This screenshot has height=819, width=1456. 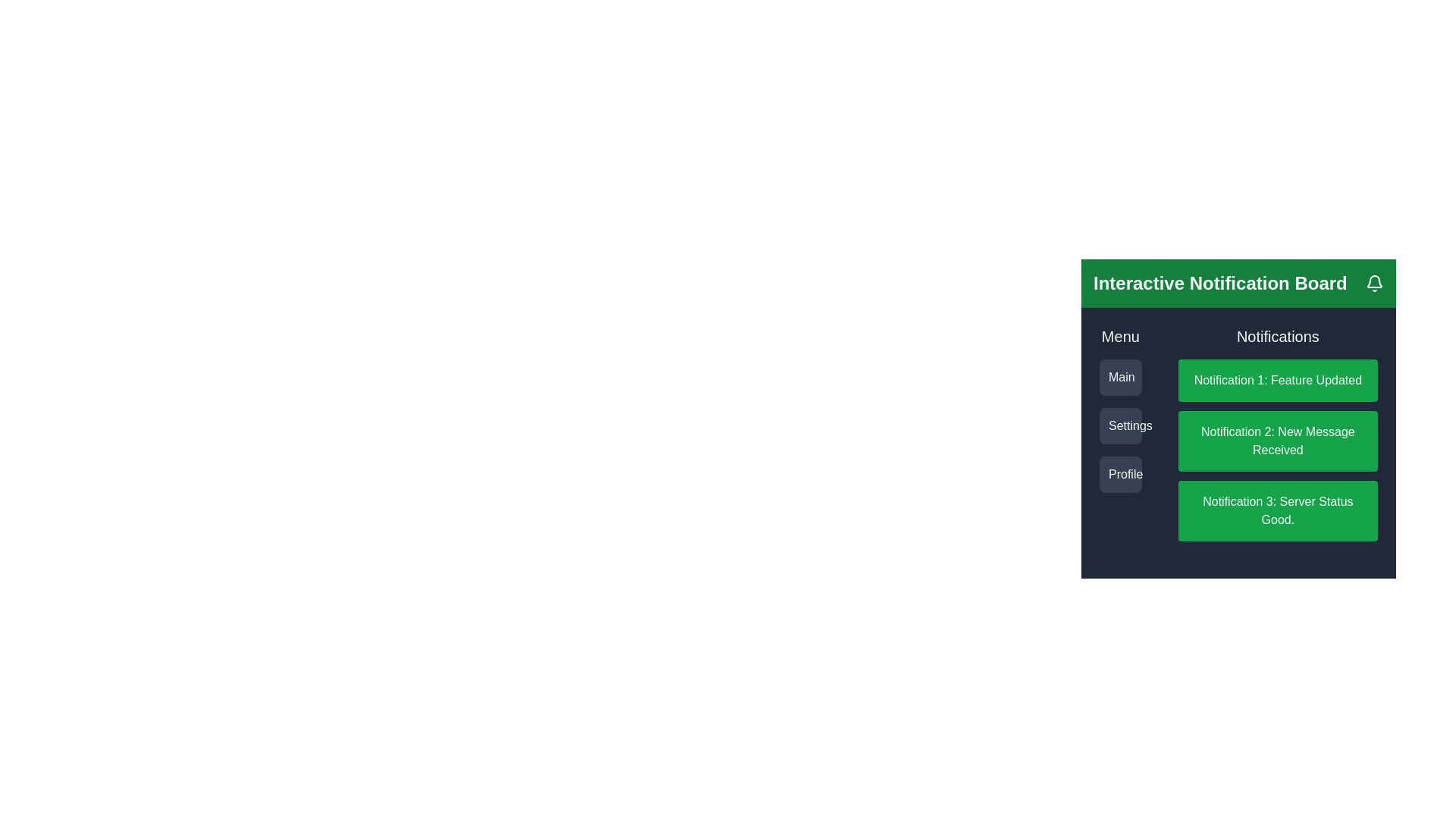 I want to click on the Header bar of the notification dashboard interface, which serves as the title indicating the current section, so click(x=1238, y=284).